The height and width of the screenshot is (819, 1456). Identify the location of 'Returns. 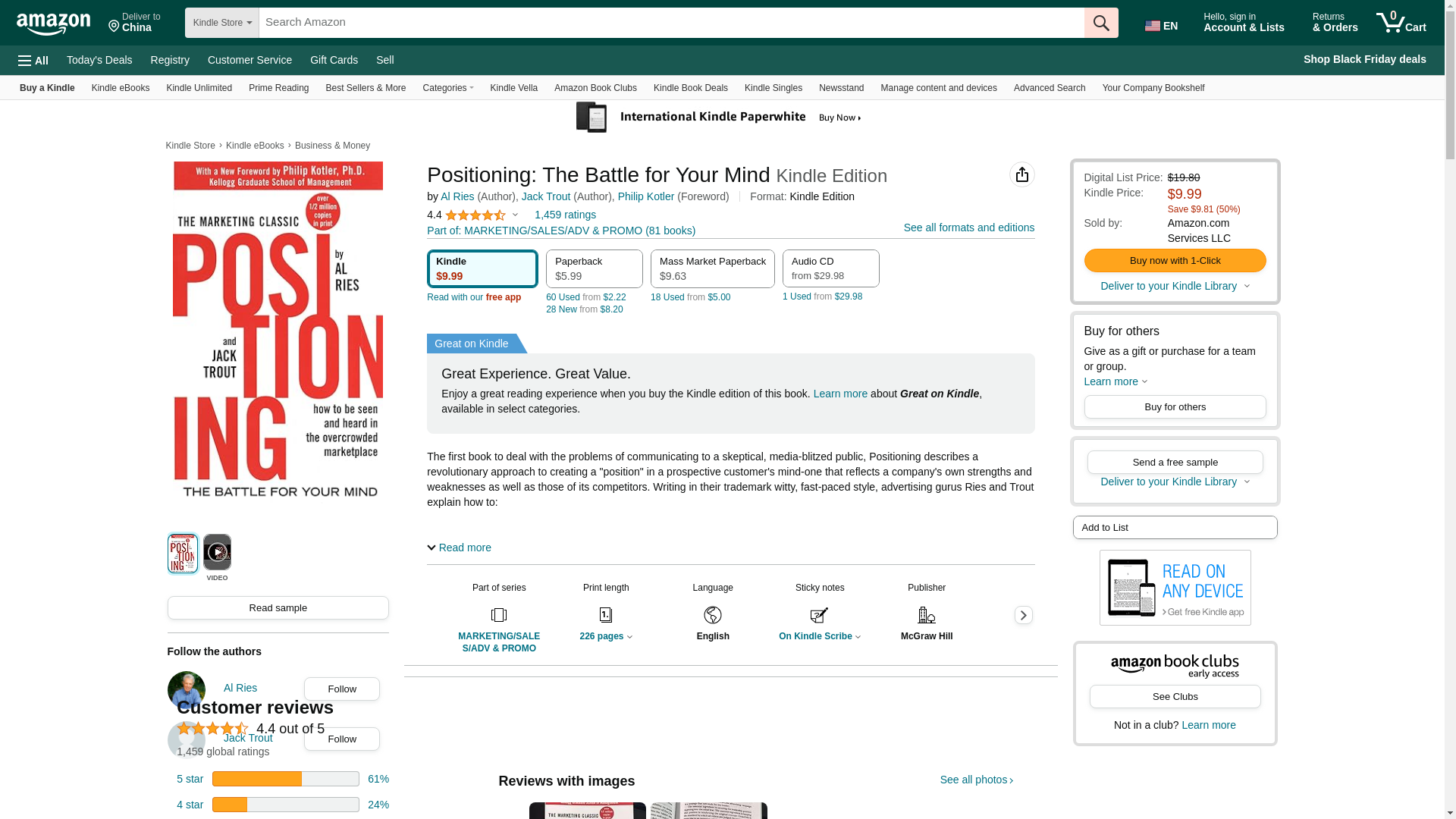
(1335, 23).